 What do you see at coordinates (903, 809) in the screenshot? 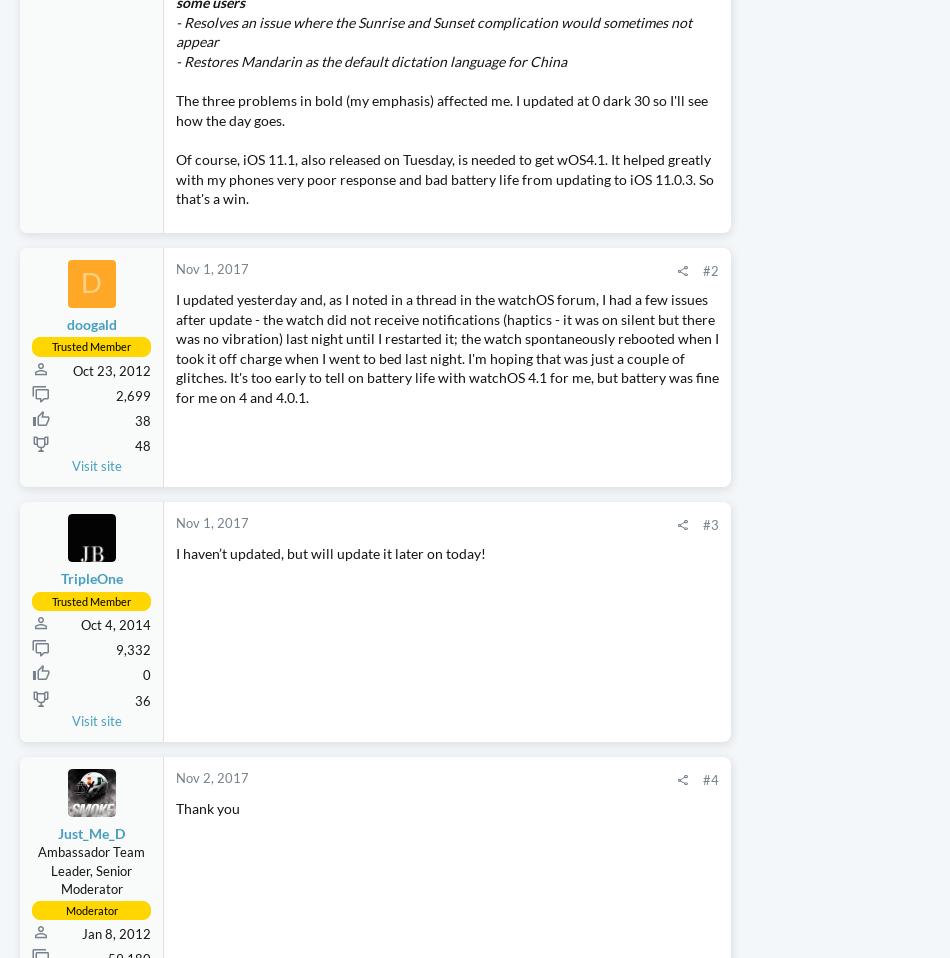
I see `'257,952'` at bounding box center [903, 809].